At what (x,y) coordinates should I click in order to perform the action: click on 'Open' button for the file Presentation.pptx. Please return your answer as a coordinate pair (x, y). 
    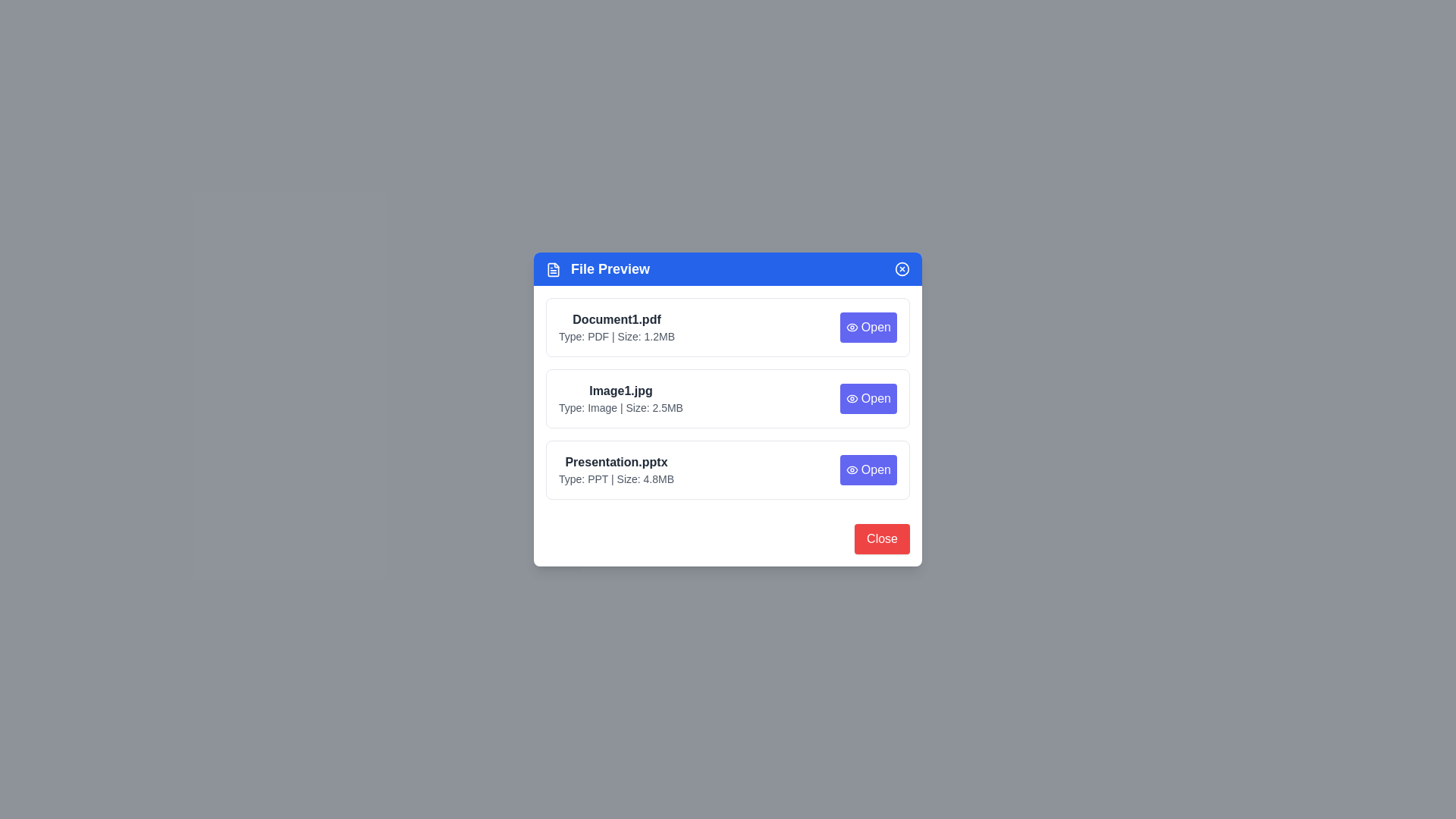
    Looking at the image, I should click on (868, 469).